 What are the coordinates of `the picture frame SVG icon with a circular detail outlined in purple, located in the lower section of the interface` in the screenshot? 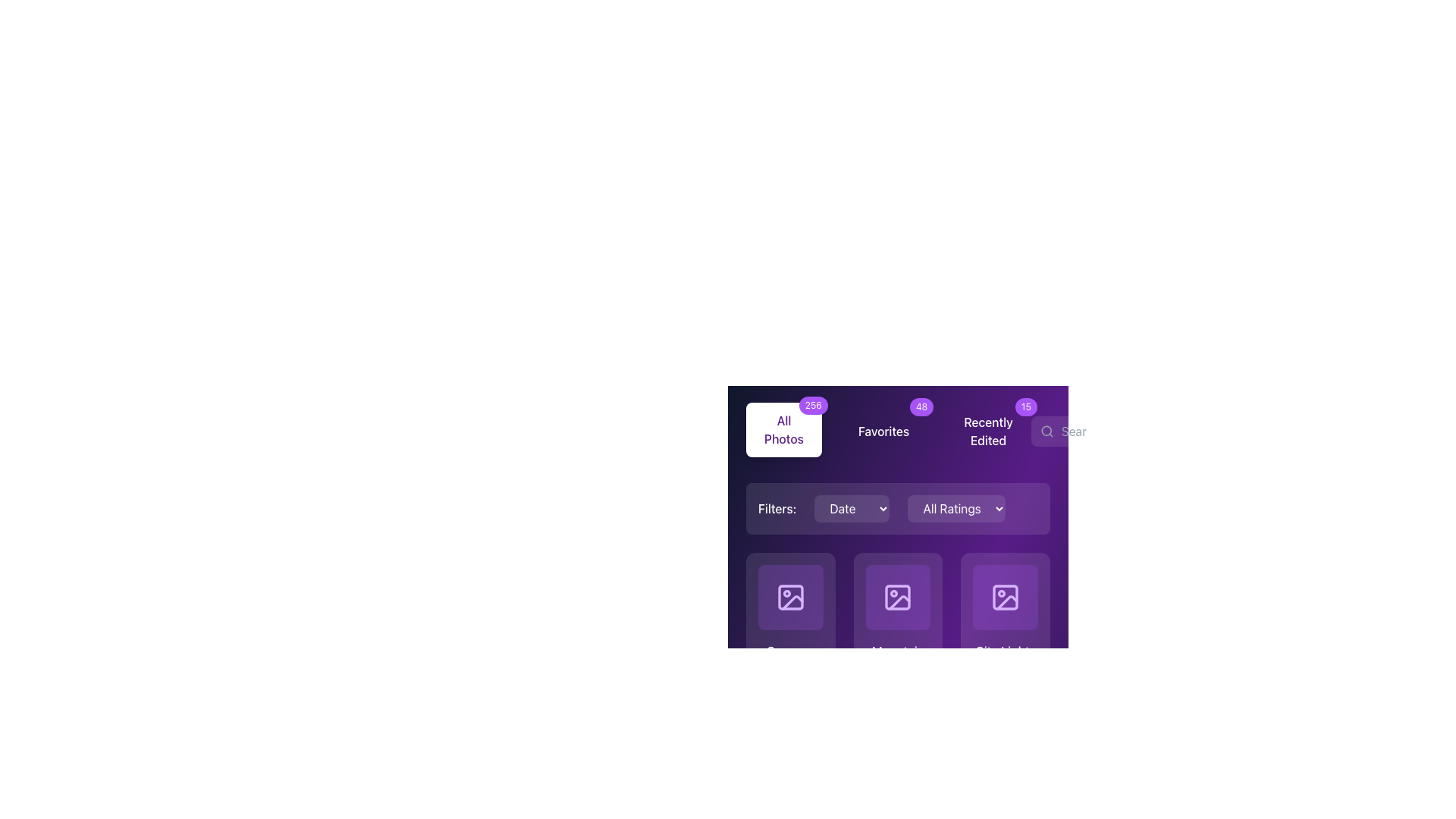 It's located at (898, 596).